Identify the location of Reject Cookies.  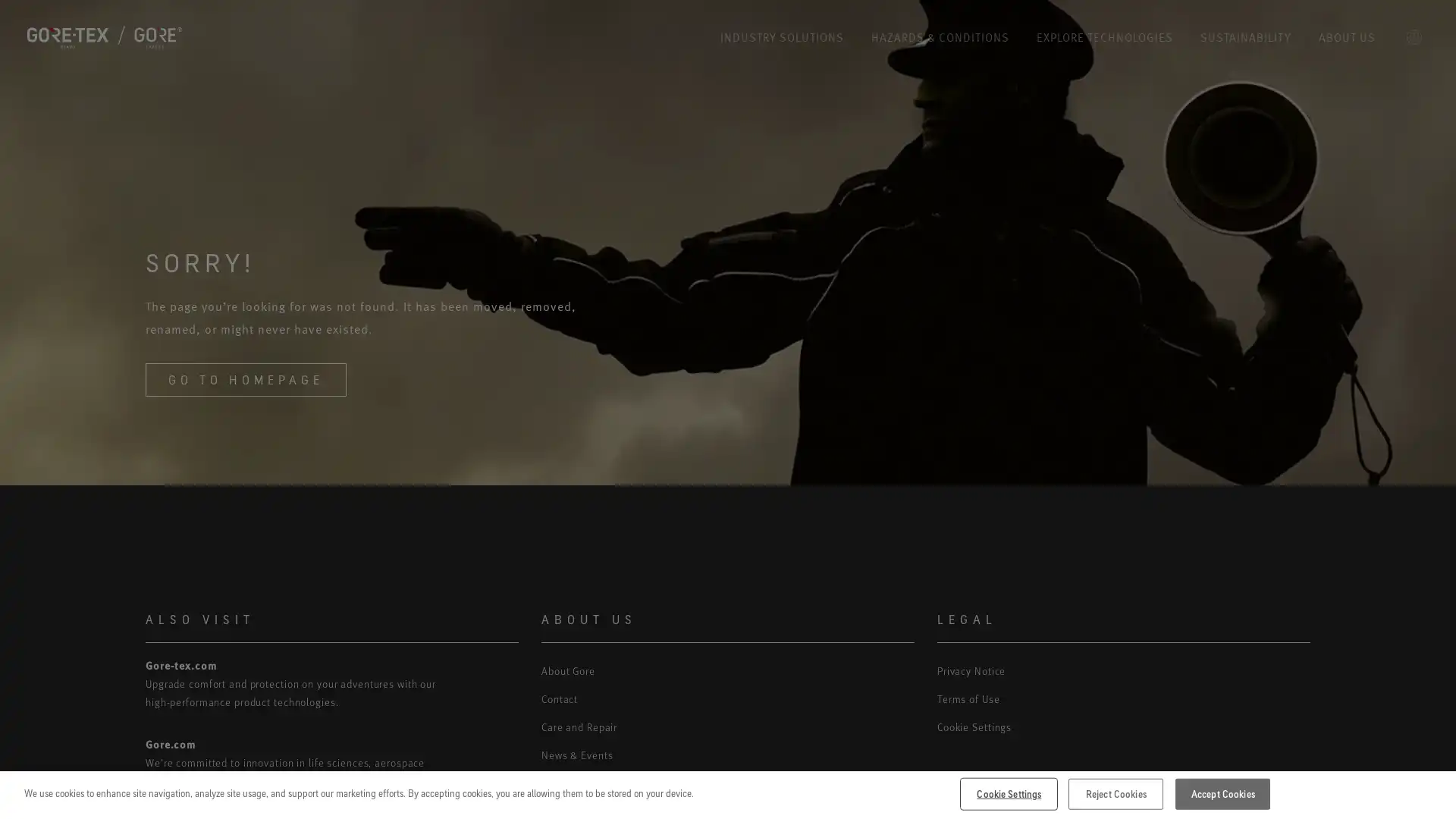
(1116, 792).